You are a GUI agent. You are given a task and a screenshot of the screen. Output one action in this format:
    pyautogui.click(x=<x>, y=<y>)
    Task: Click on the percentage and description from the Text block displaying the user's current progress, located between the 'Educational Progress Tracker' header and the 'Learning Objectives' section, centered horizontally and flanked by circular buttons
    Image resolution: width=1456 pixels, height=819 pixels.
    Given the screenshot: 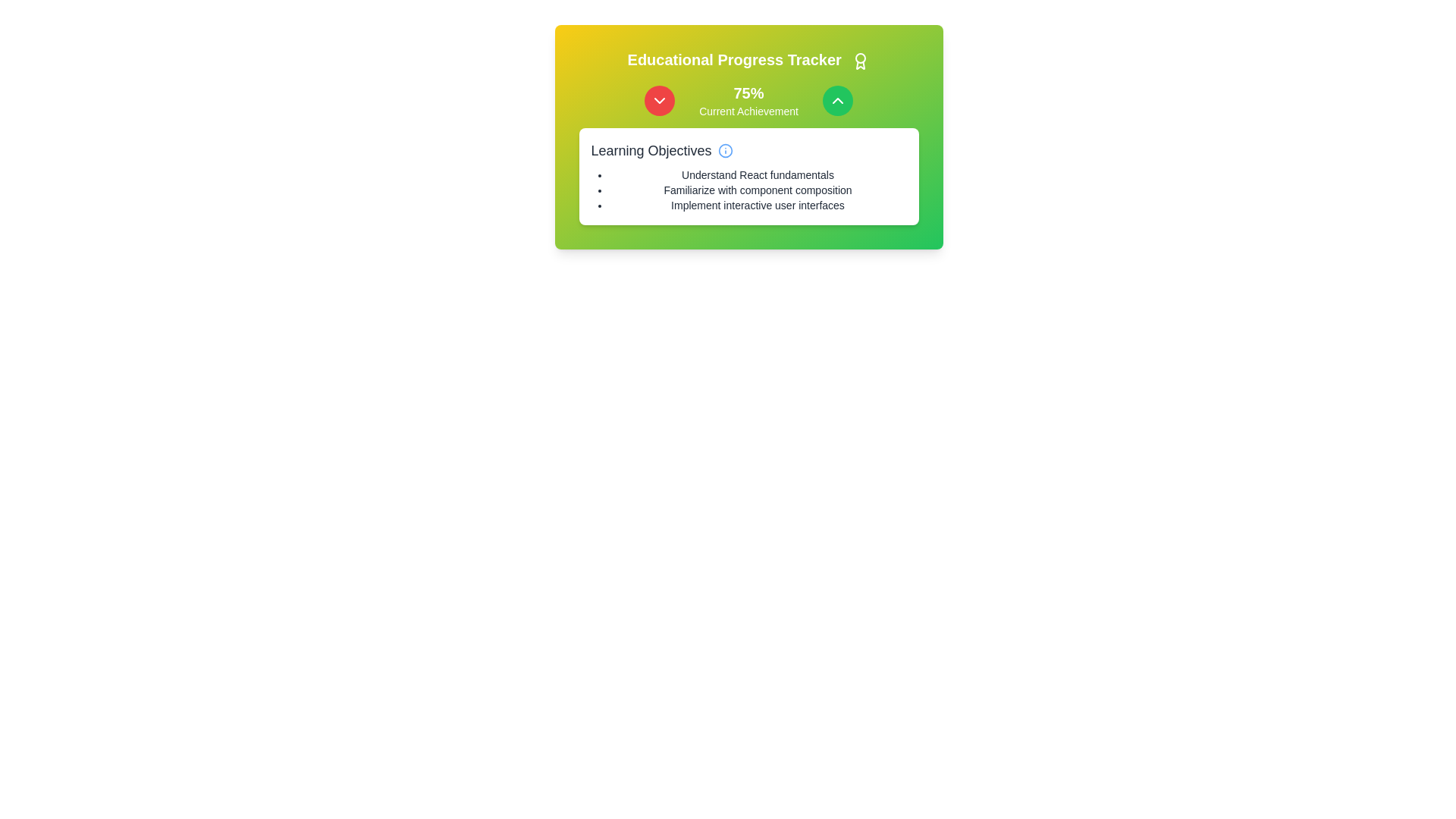 What is the action you would take?
    pyautogui.click(x=748, y=100)
    